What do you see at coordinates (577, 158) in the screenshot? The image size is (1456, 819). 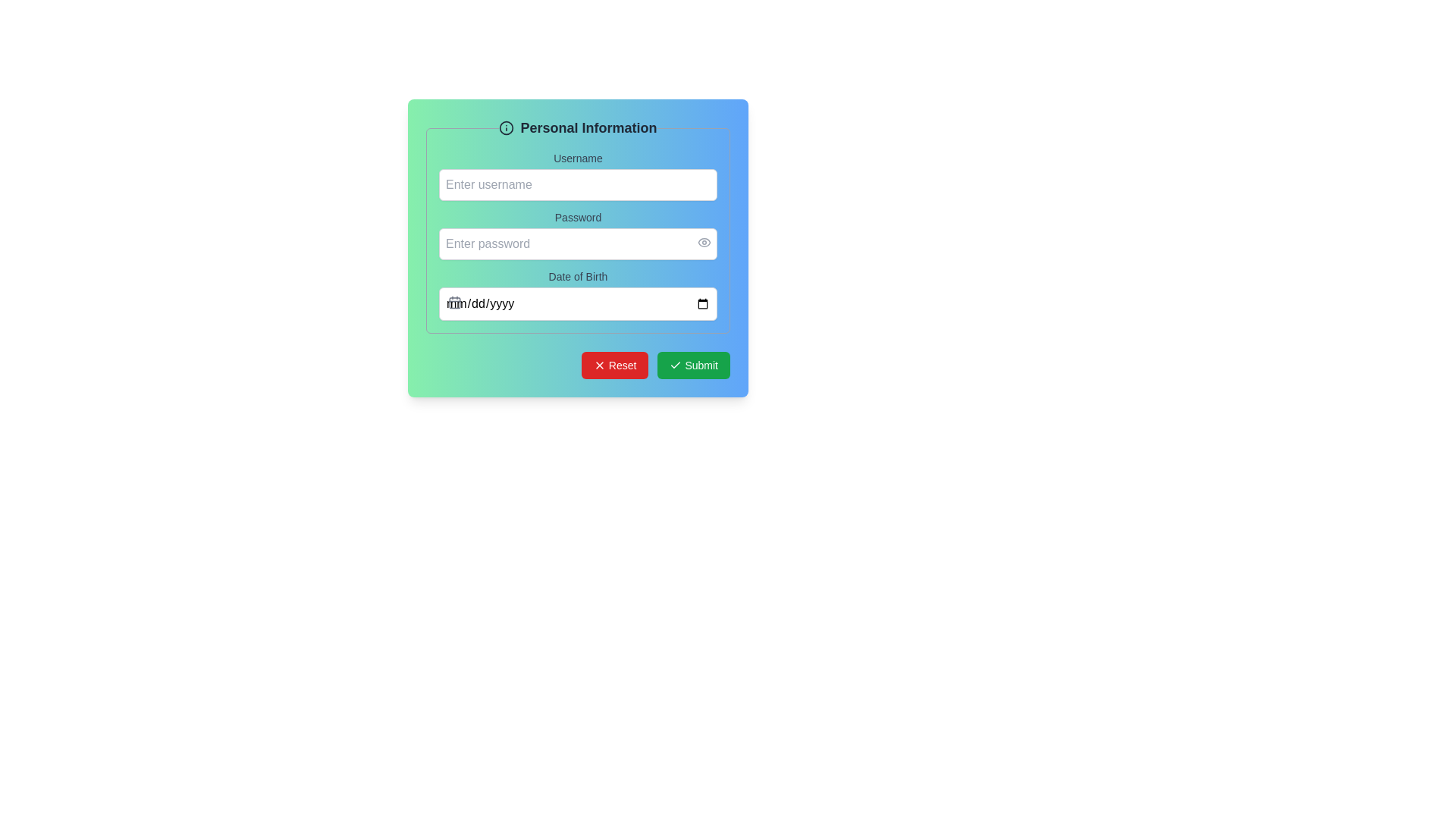 I see `the Text Label that identifies the purpose of the adjacent 'Enter username' input field in the 'Personal Information' form` at bounding box center [577, 158].